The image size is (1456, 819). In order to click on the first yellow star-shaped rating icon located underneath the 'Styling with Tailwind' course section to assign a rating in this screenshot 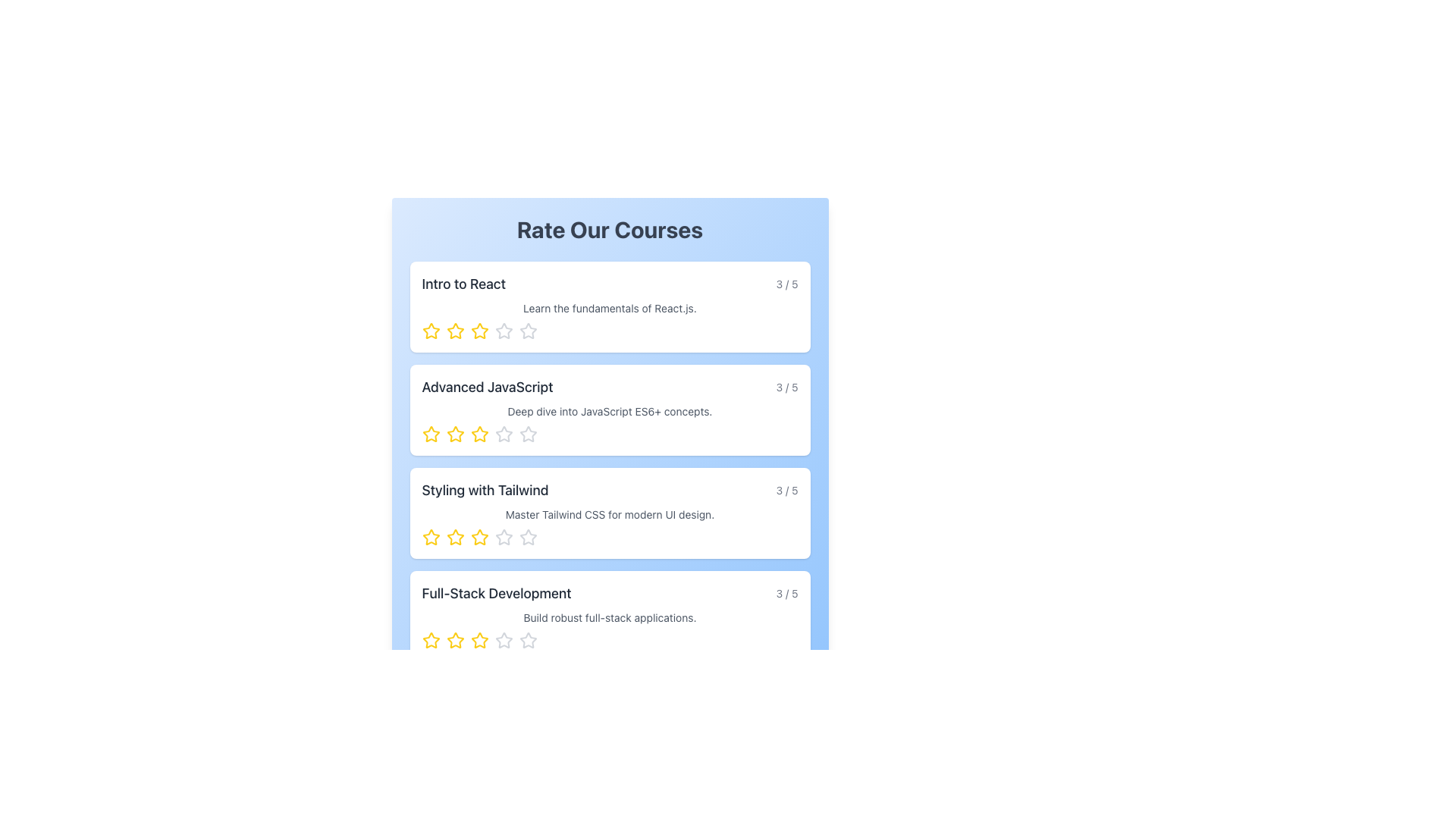, I will do `click(430, 537)`.